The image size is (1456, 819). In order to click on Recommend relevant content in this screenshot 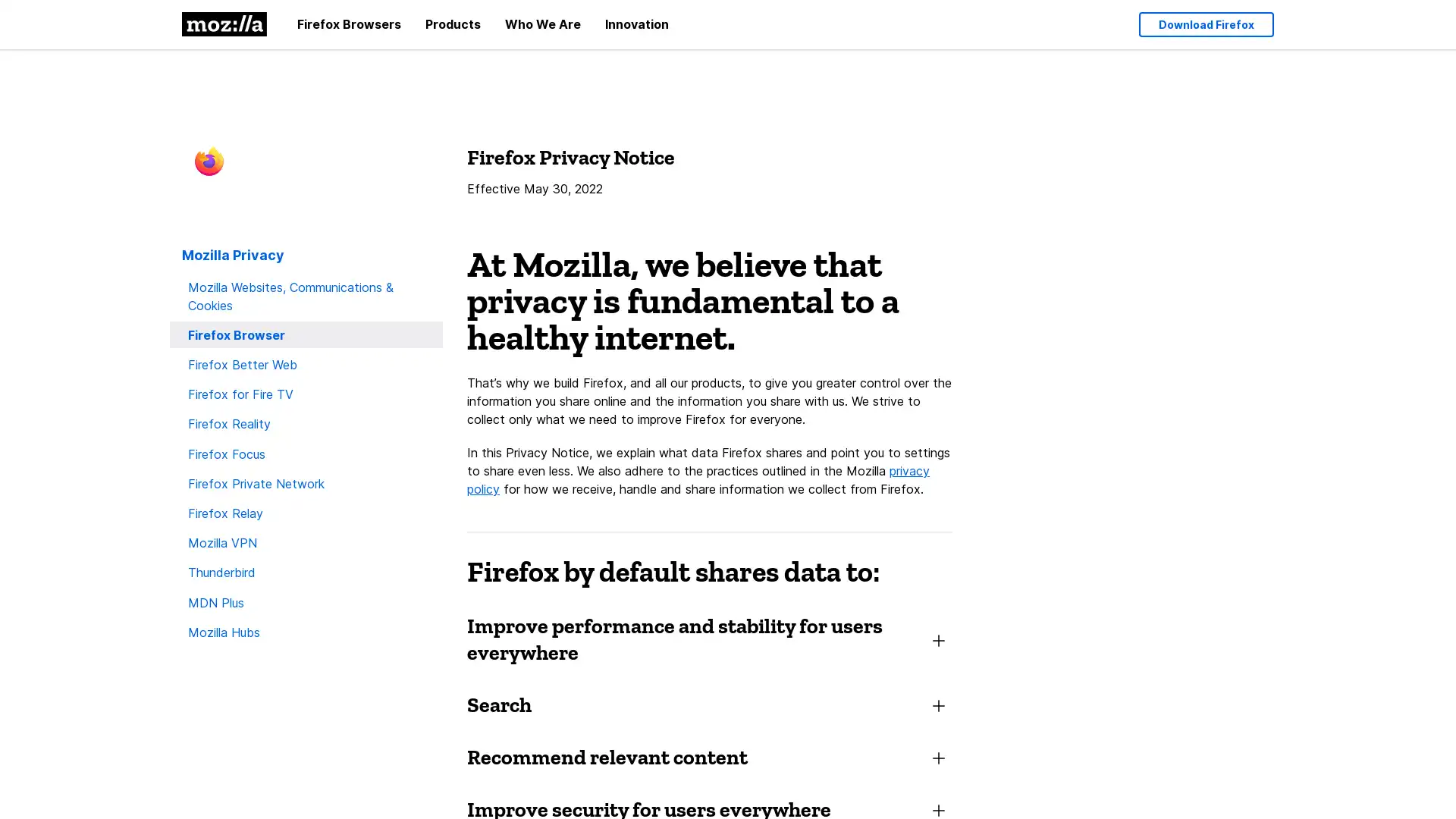, I will do `click(709, 756)`.